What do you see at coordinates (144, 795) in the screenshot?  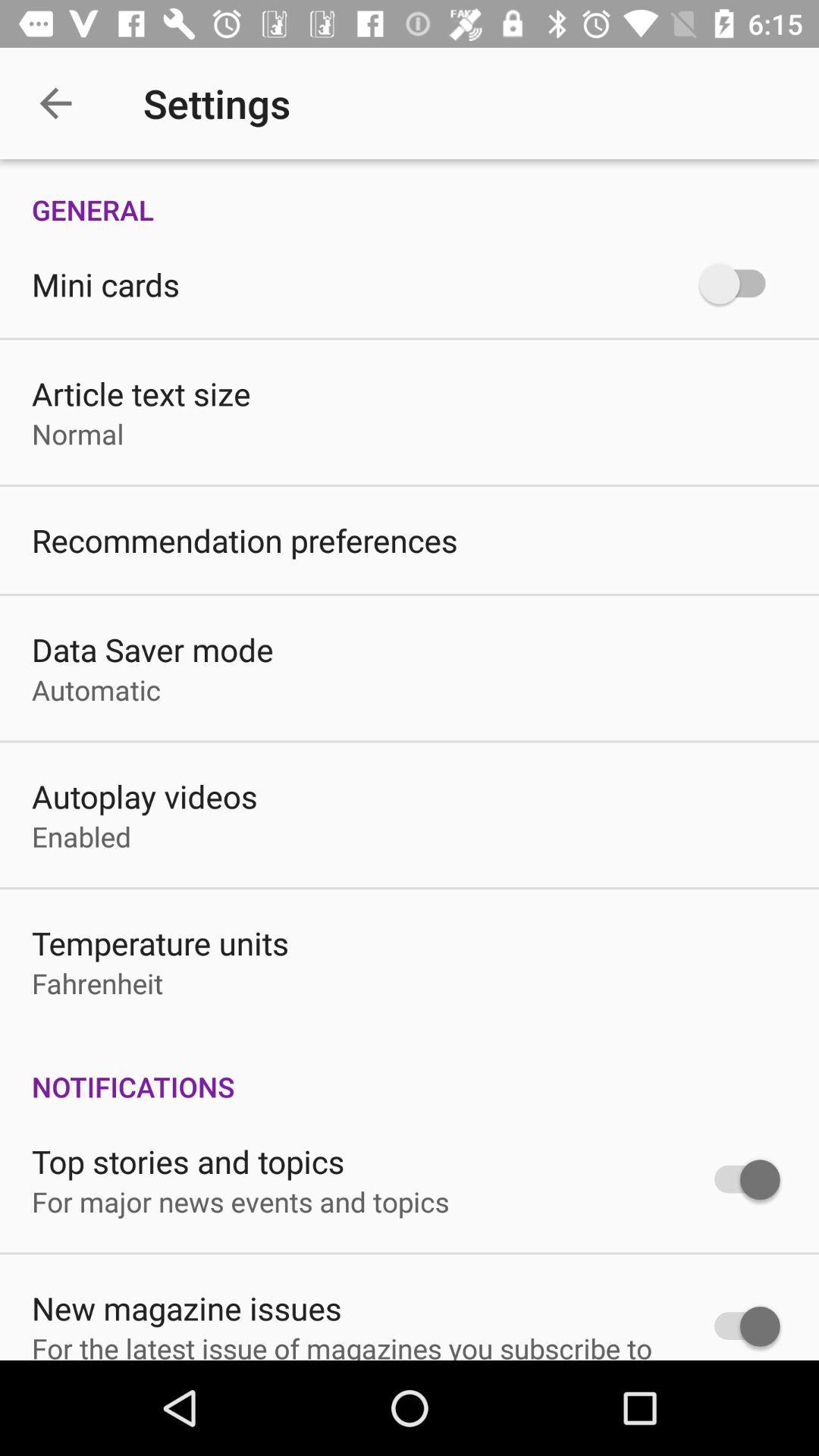 I see `autoplay videos icon` at bounding box center [144, 795].